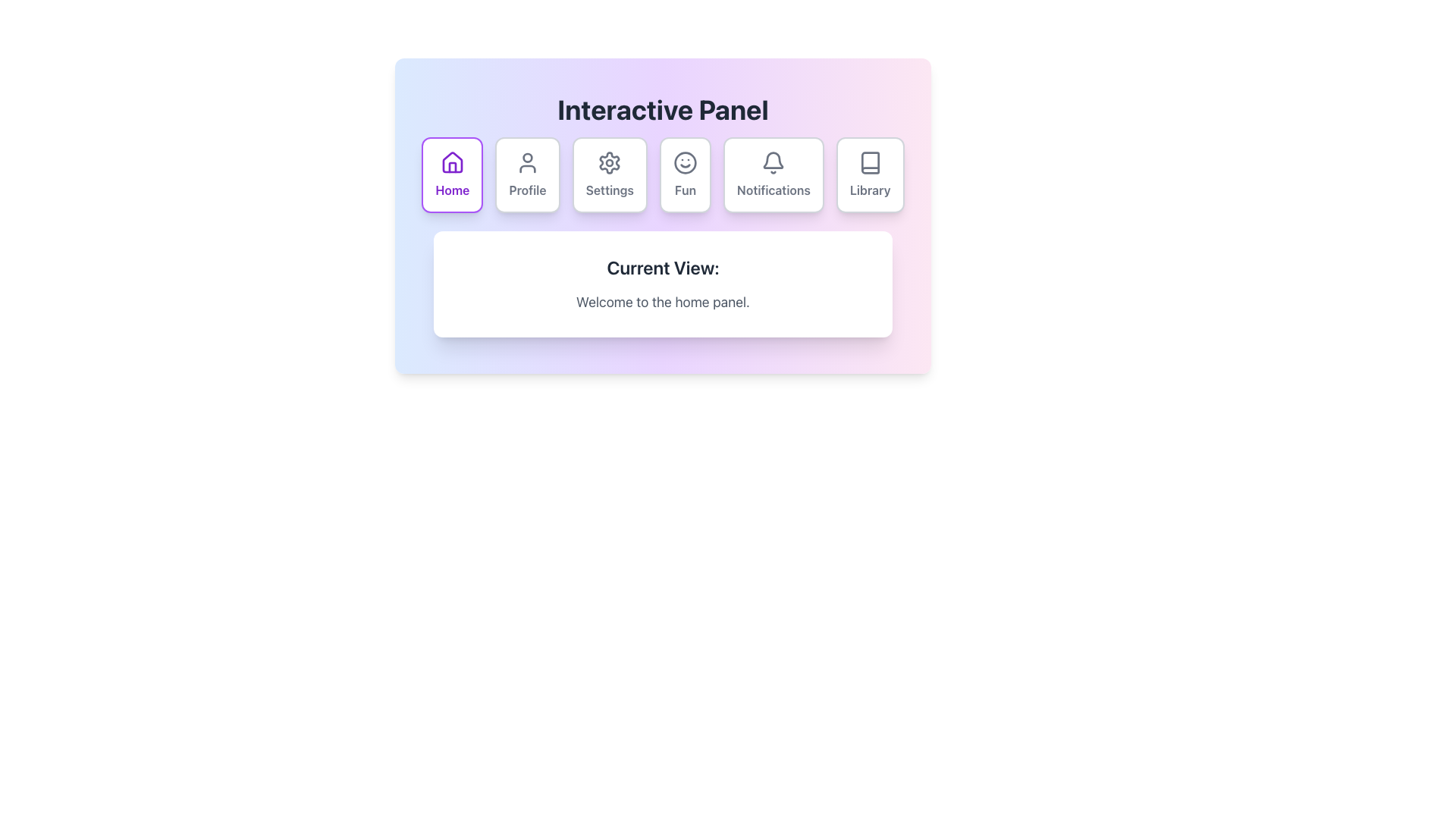 This screenshot has width=1456, height=819. What do you see at coordinates (663, 302) in the screenshot?
I see `the text label displaying 'Welcome to the home panel.' which is positioned below 'Current View:' in a larger light gray font` at bounding box center [663, 302].